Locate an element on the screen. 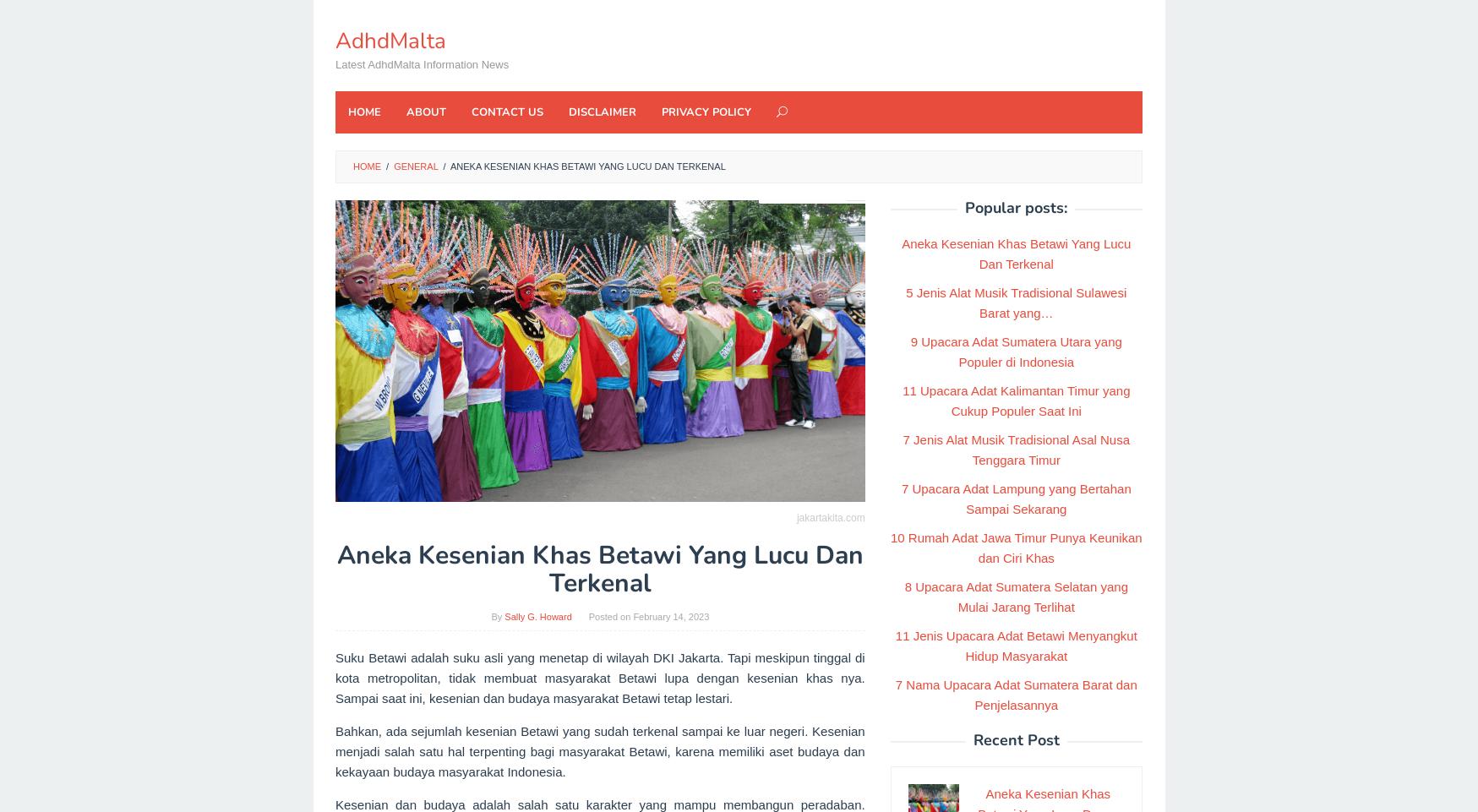 The image size is (1478, 812). 'By' is located at coordinates (497, 616).